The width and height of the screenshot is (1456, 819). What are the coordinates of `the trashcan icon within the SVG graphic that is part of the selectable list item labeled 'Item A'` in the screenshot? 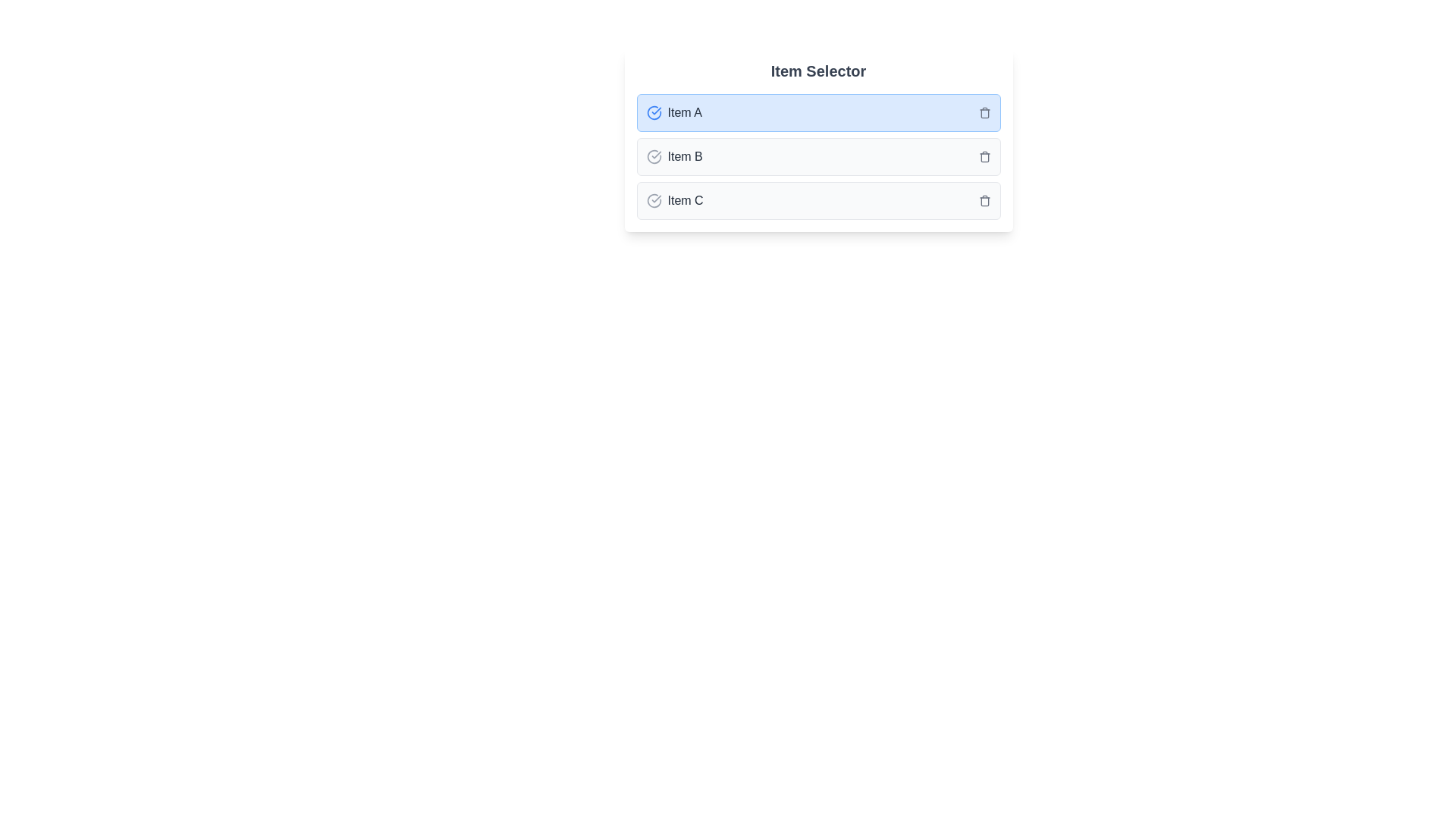 It's located at (984, 113).